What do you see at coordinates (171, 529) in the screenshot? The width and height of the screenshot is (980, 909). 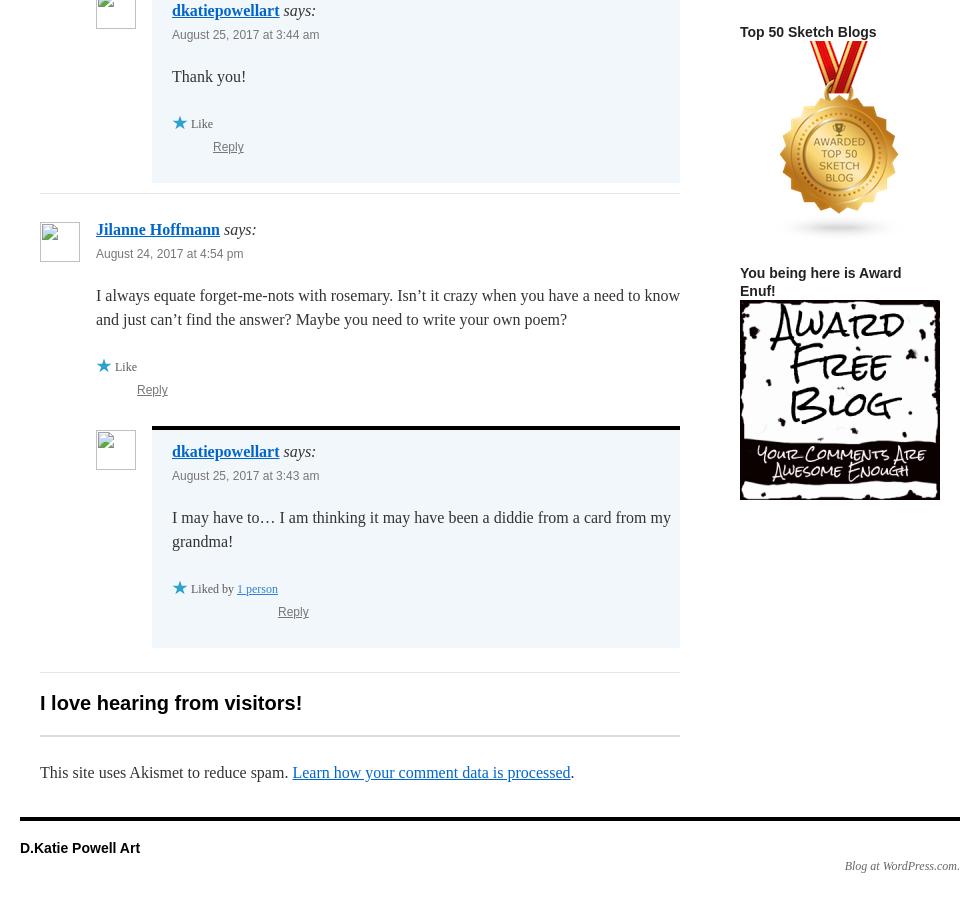 I see `'I may have to… I am thinking it may have been a diddie from a card from my grandma!'` at bounding box center [171, 529].